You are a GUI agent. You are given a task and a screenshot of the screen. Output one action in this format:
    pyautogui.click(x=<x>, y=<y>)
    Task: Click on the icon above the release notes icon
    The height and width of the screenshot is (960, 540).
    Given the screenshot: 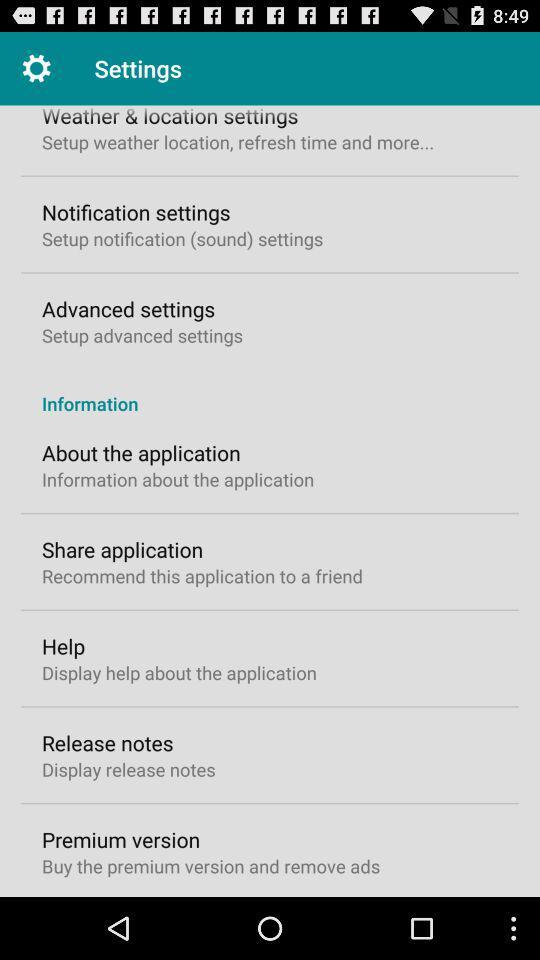 What is the action you would take?
    pyautogui.click(x=179, y=672)
    